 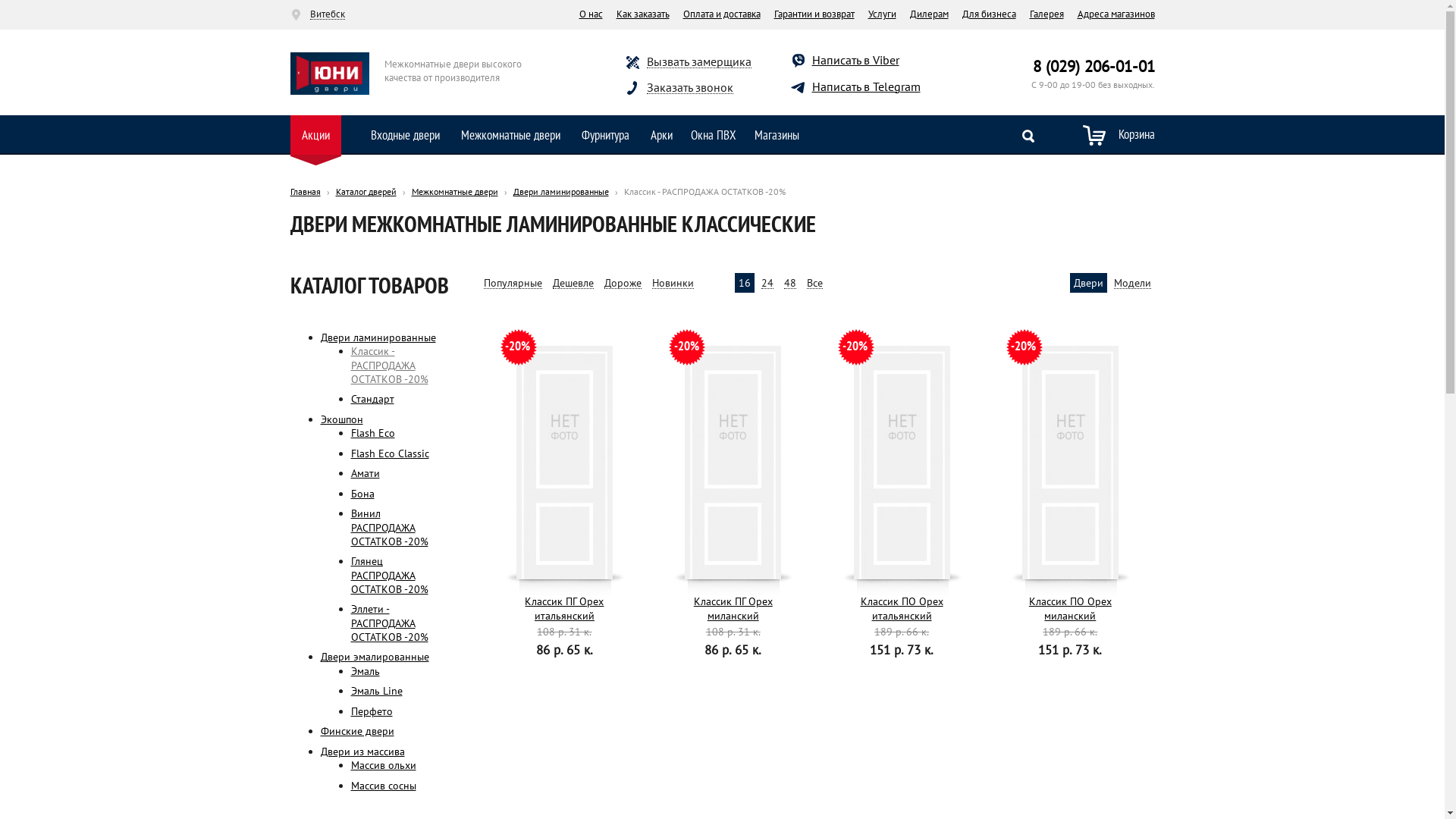 I want to click on '24', so click(x=767, y=283).